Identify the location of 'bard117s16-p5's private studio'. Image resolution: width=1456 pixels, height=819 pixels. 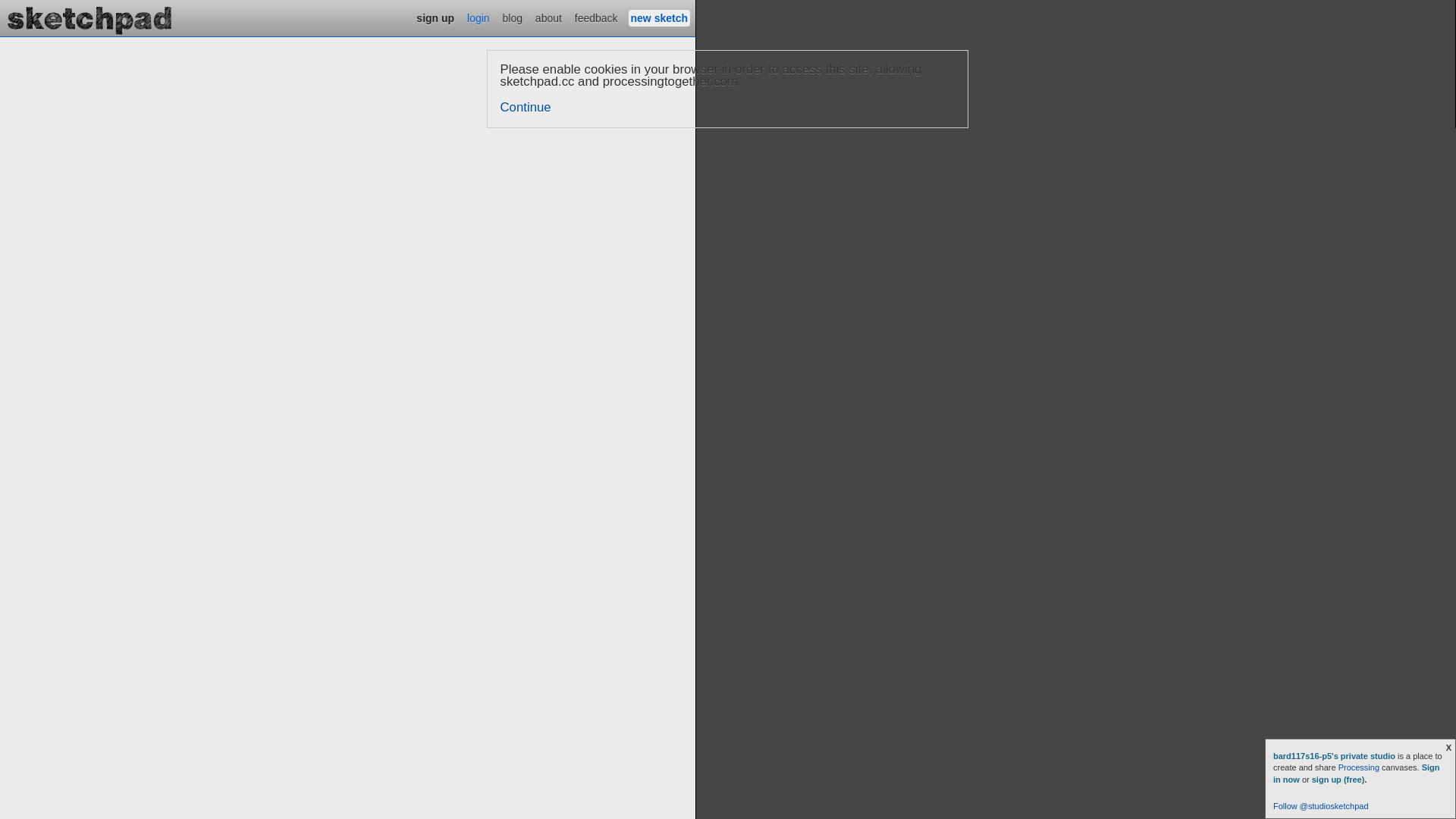
(1335, 755).